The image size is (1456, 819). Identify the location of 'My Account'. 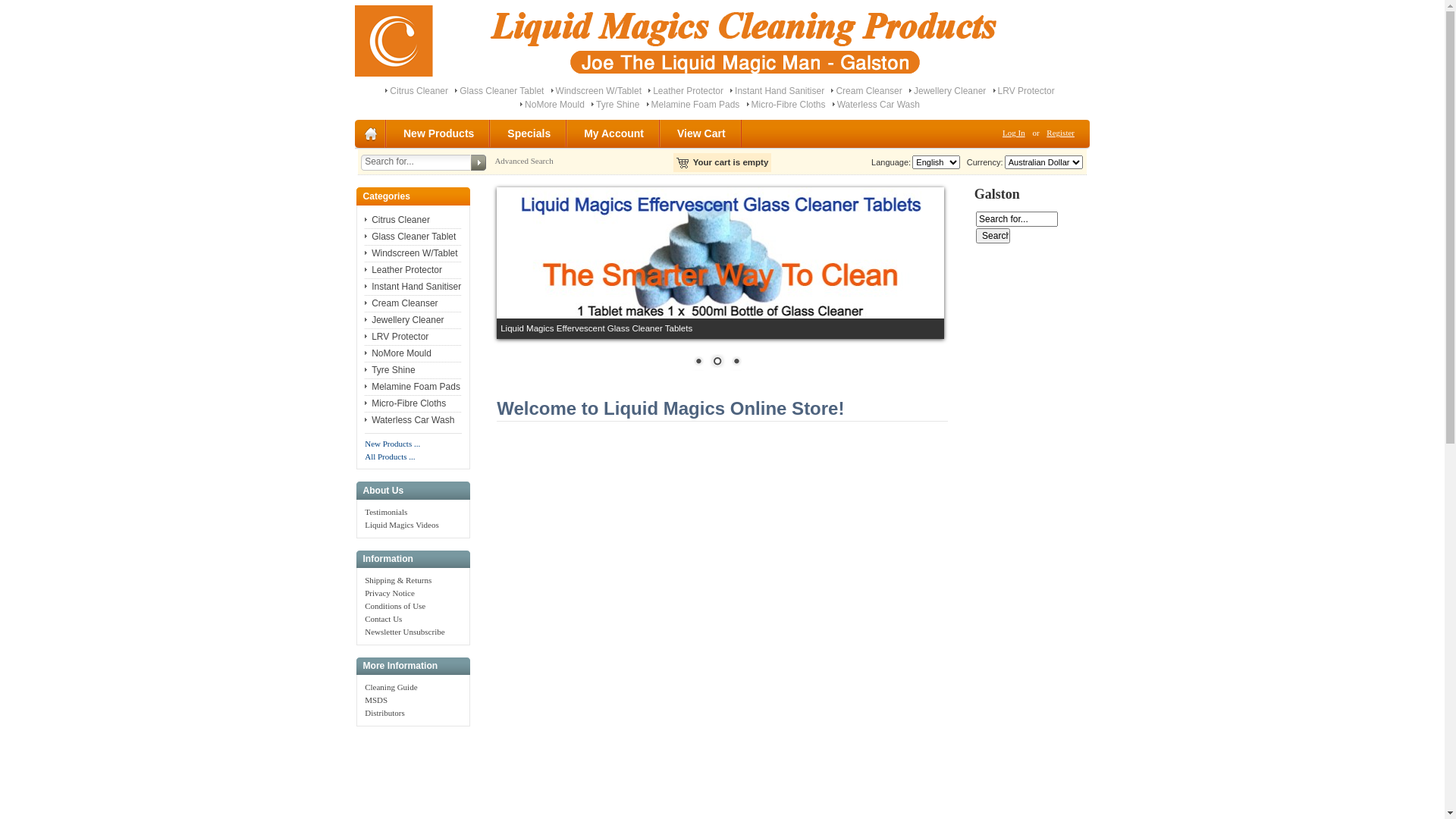
(614, 133).